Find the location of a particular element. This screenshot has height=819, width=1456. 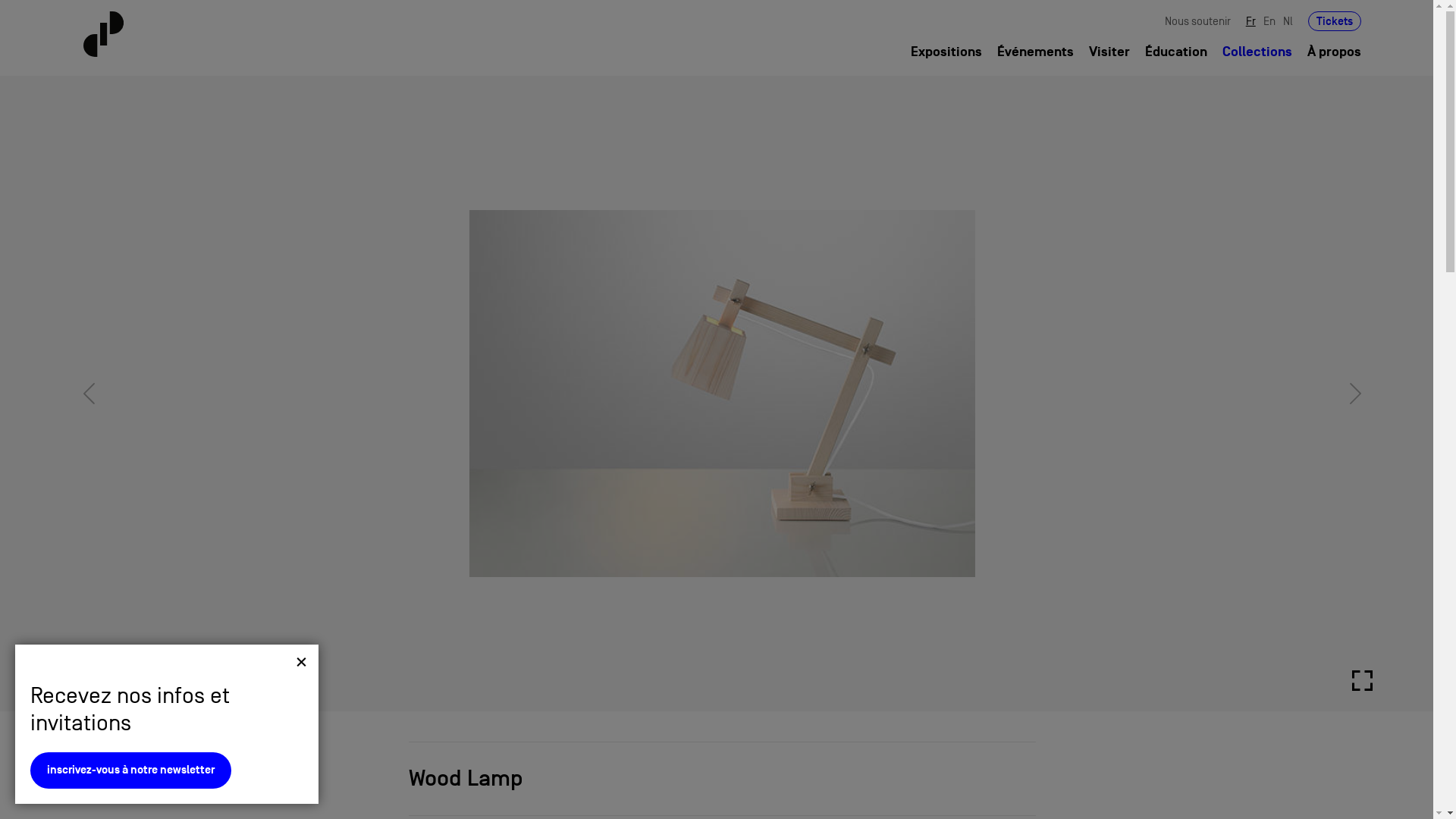

'Close' is located at coordinates (301, 661).